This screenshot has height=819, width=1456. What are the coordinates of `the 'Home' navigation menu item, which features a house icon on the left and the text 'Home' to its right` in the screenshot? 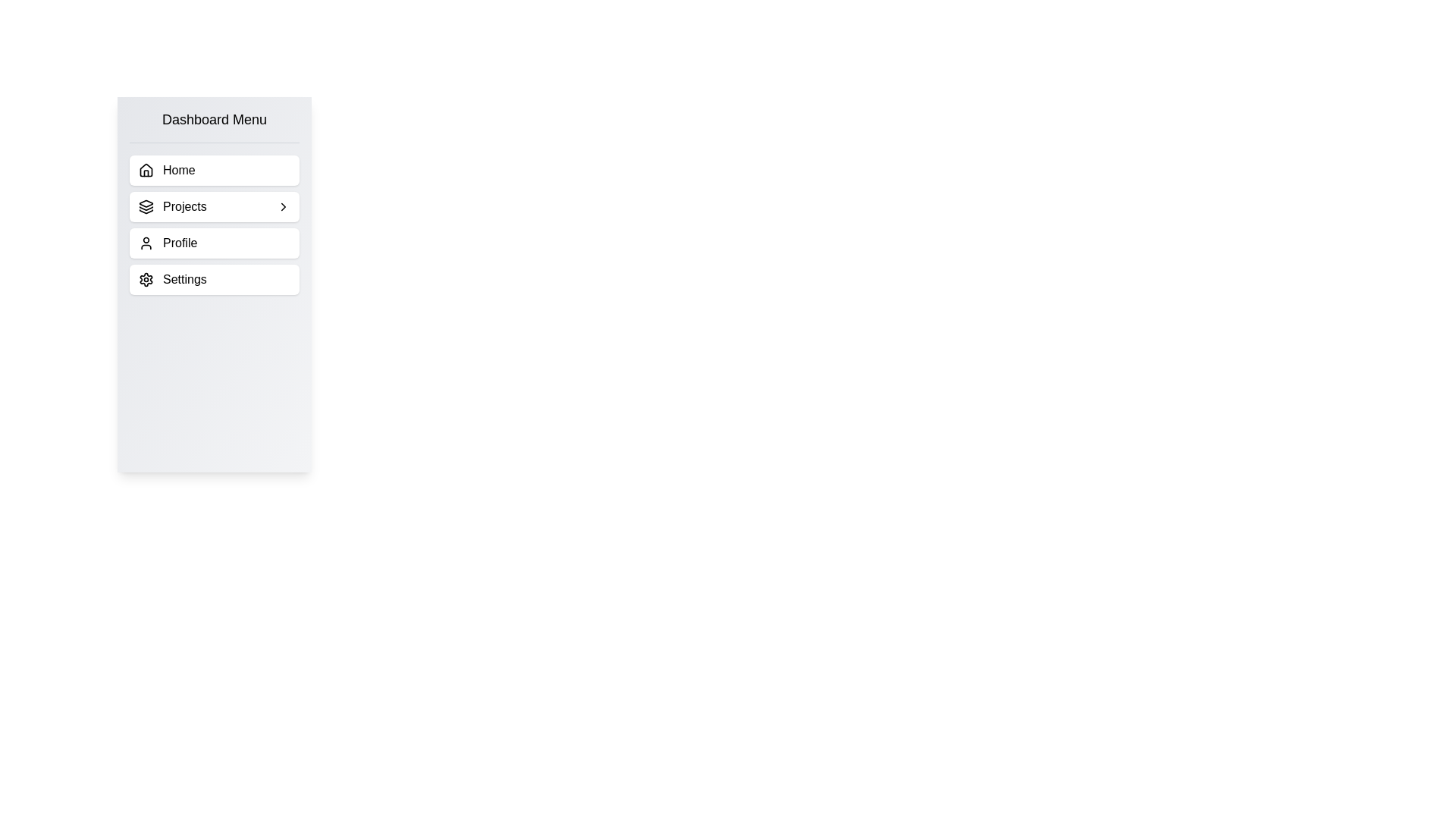 It's located at (167, 170).